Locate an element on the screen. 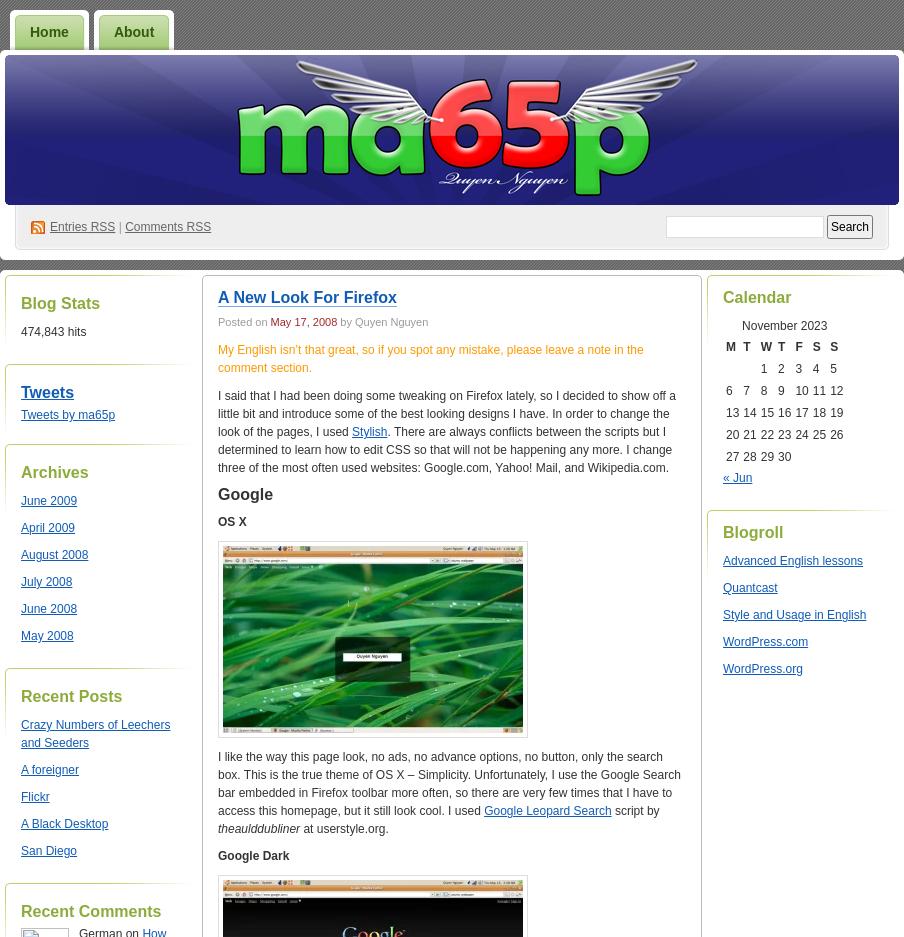  '20' is located at coordinates (731, 433).